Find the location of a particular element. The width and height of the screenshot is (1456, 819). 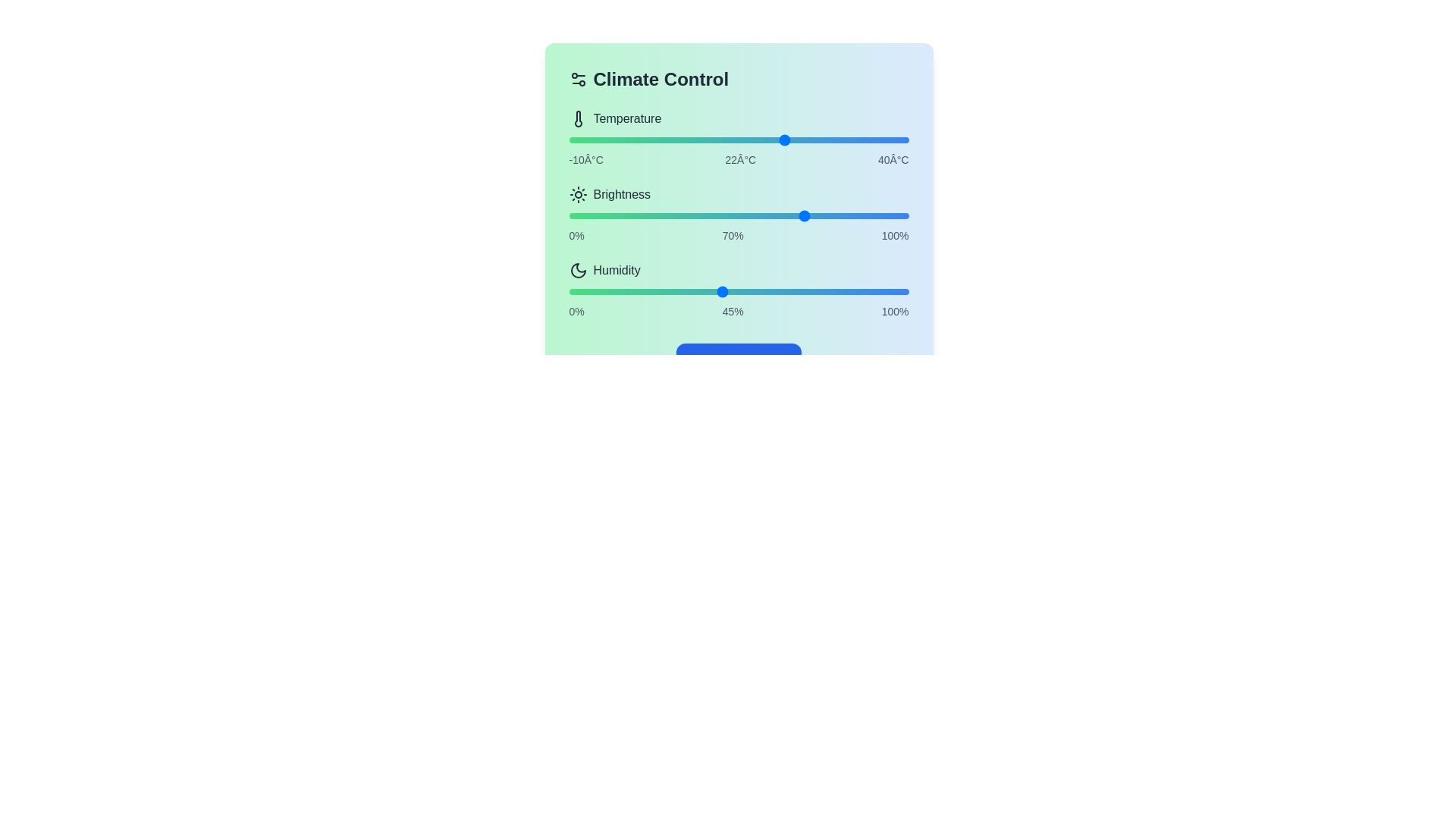

the thermometer icon located in the 'Temperature' section of the interface, which is rendered with a simple line style and positioned to the left of the 'Temperature' text label is located at coordinates (577, 118).